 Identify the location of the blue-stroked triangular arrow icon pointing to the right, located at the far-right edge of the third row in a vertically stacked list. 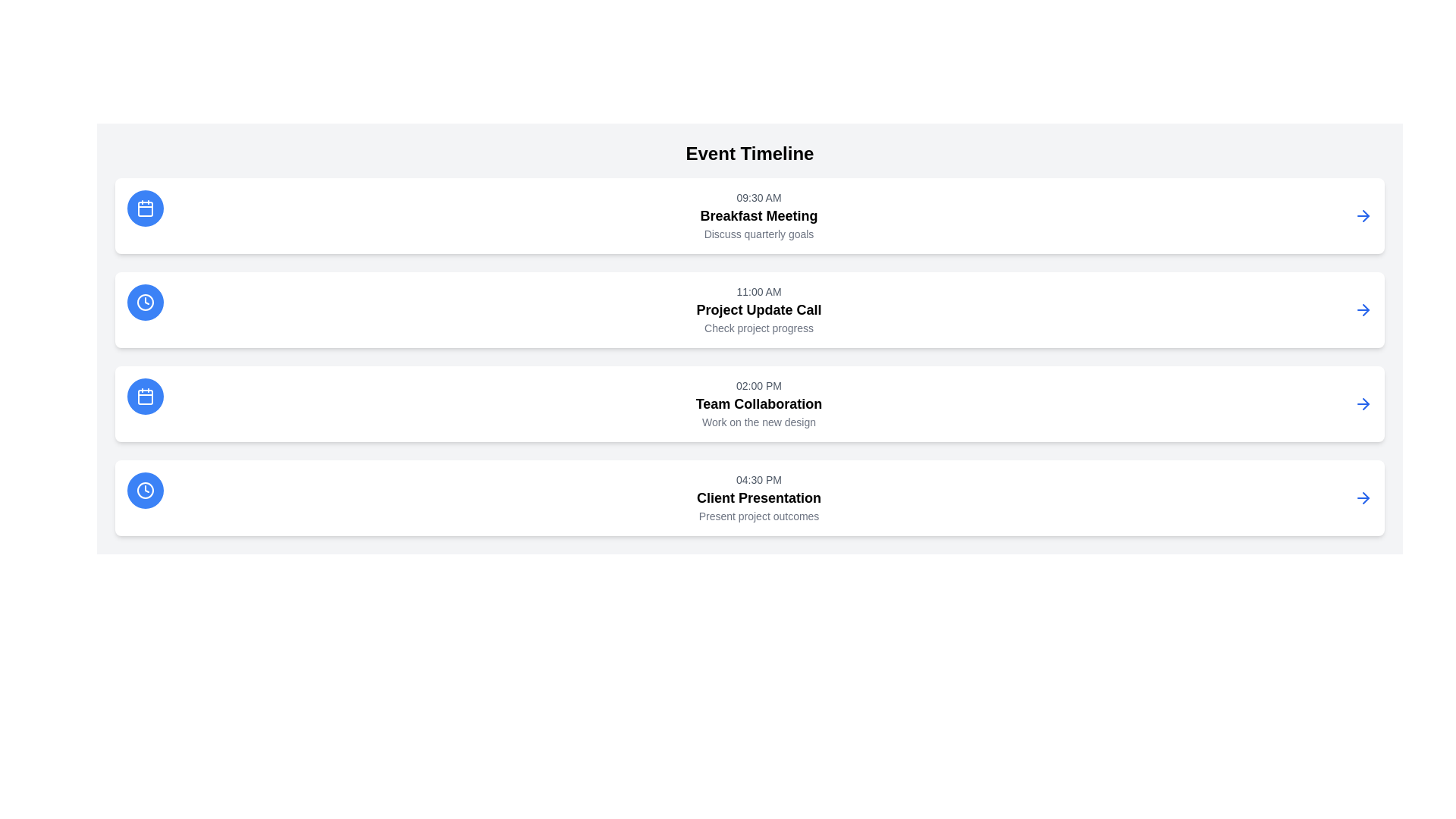
(1366, 403).